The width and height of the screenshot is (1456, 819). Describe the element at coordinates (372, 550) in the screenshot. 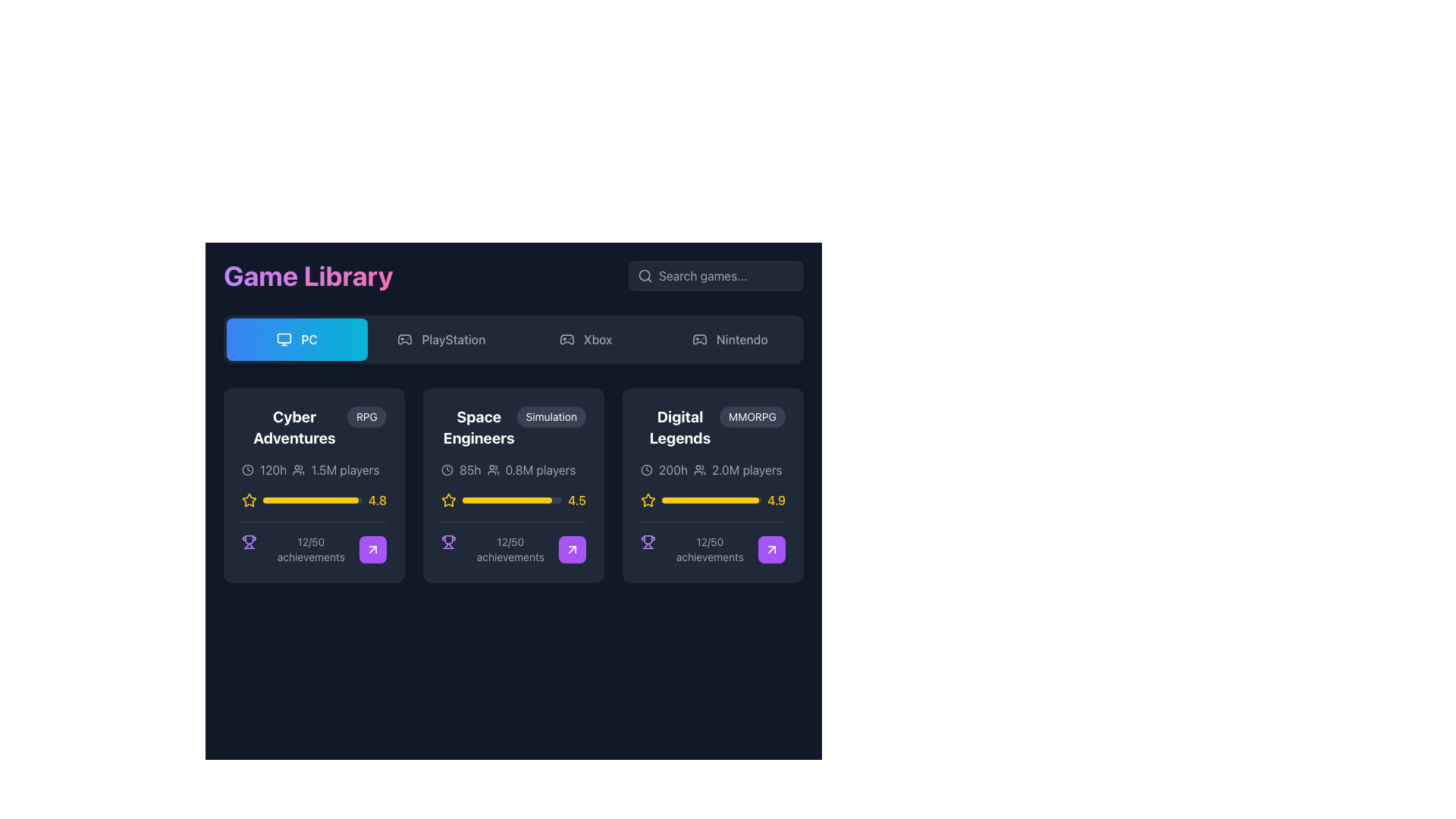

I see `the button located at the bottom-right corner of the 'Cyber Adventures' game card` at that location.